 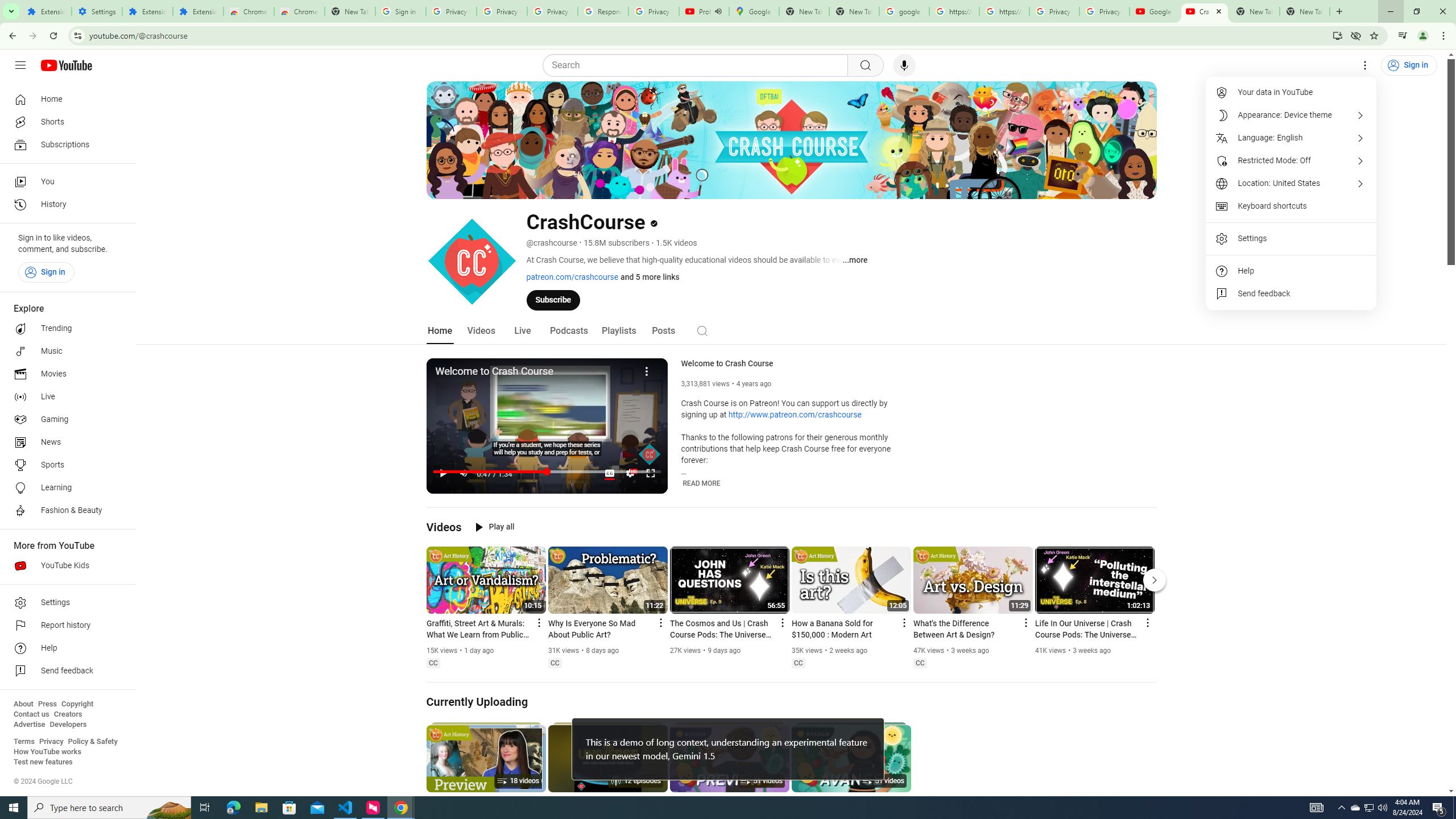 I want to click on 'Videos', so click(x=481, y=330).